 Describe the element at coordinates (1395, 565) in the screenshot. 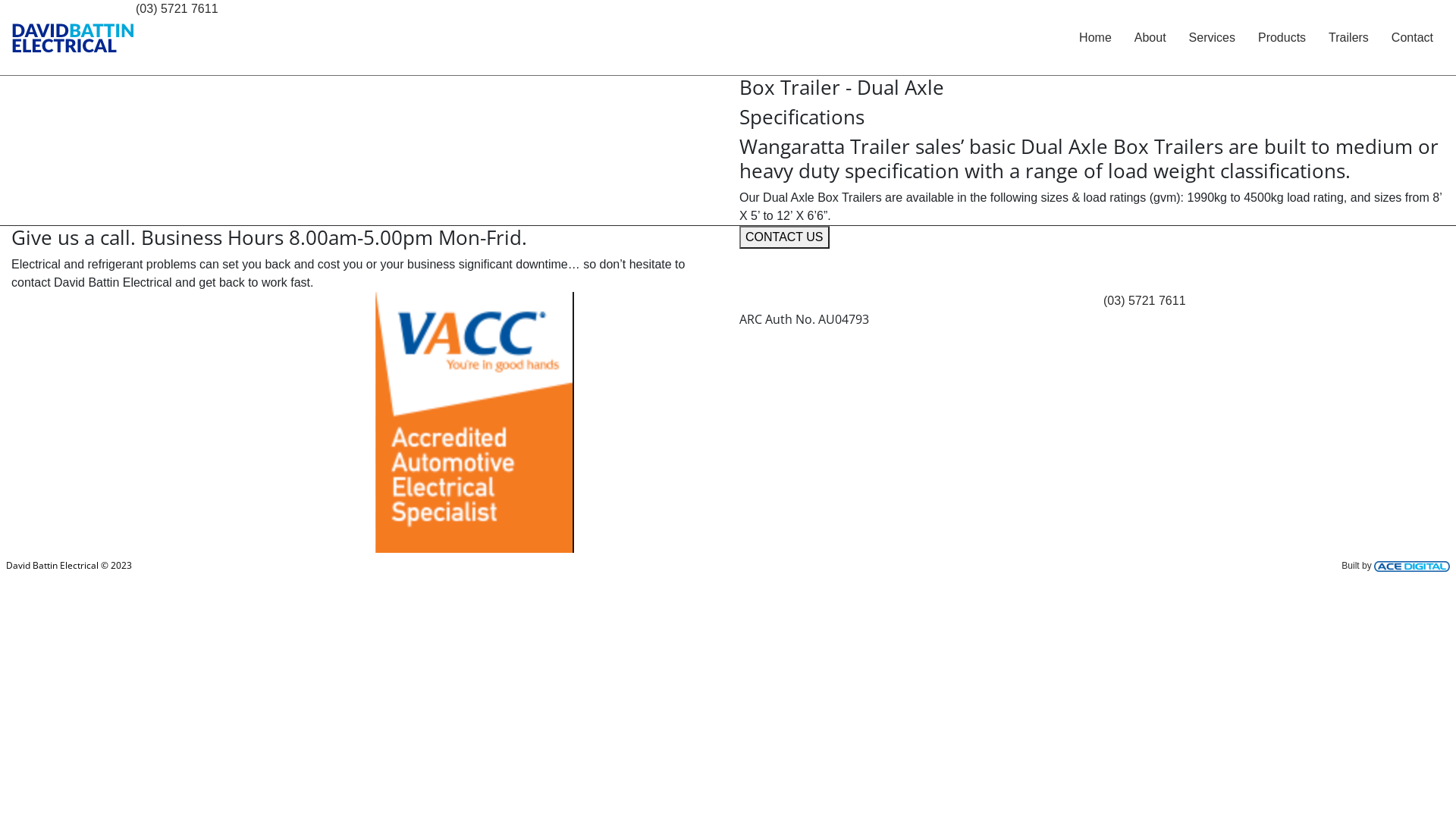

I see `'Built by'` at that location.